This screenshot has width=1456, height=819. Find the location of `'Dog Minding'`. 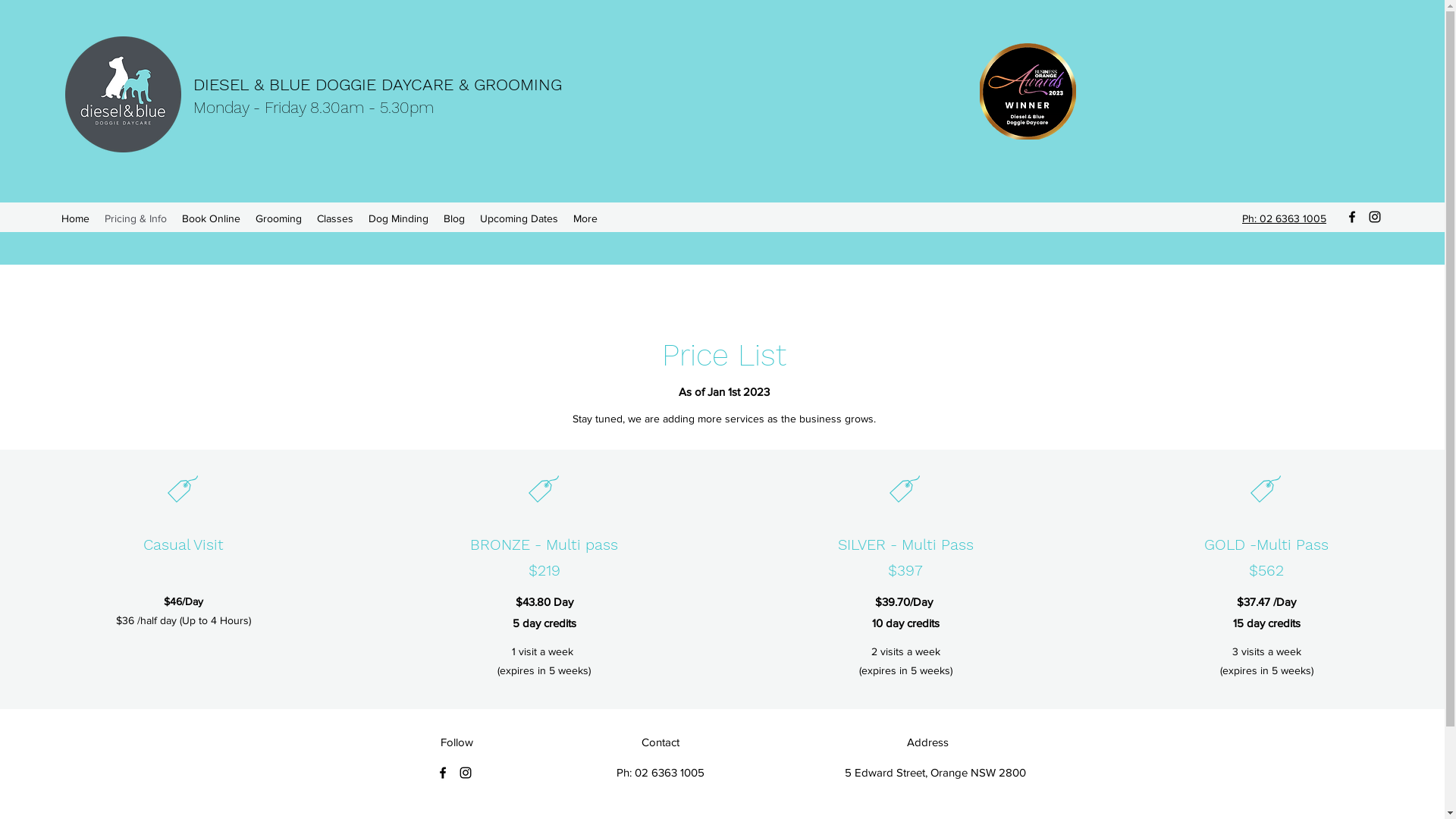

'Dog Minding' is located at coordinates (359, 218).